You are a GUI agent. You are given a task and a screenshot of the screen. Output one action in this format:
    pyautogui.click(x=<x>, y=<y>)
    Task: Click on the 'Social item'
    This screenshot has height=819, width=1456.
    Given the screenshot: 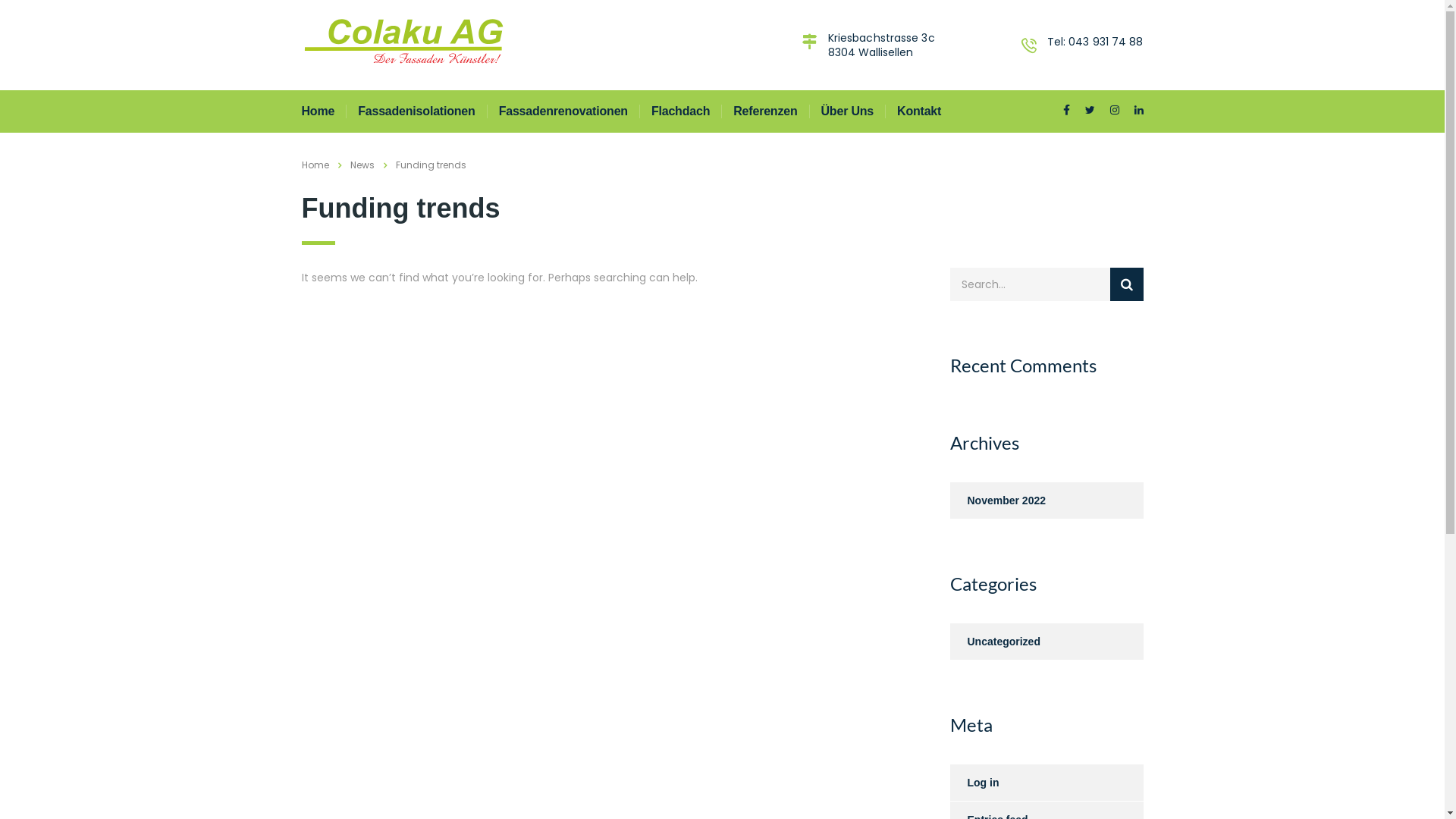 What is the action you would take?
    pyautogui.click(x=1062, y=110)
    